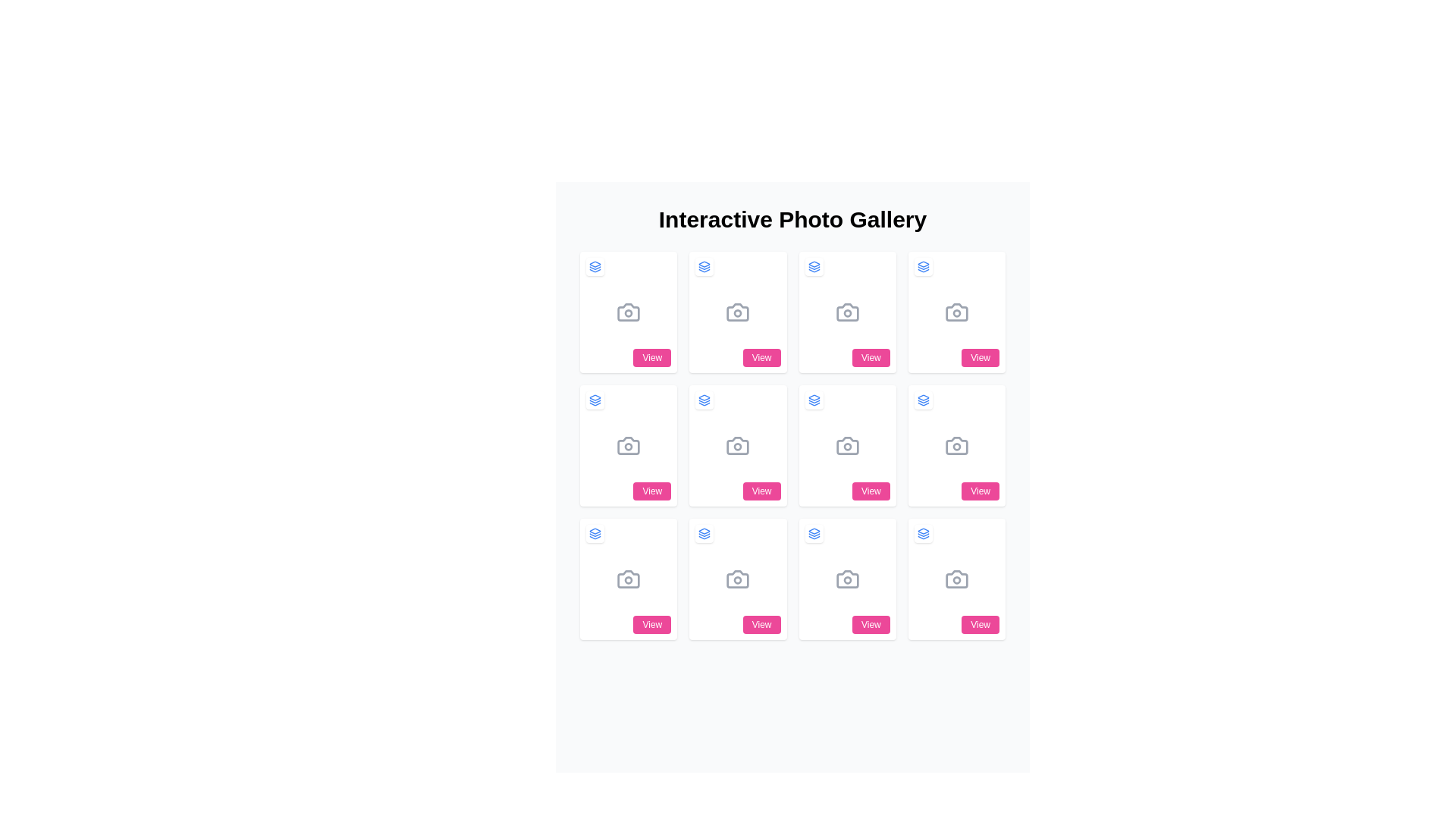  I want to click on the third card in the top row of the four-column grid layout, which features a white background, a blue icon at the top-left corner, a camera icon in the center, and a pink button labeled 'View' at the bottom, so click(846, 312).